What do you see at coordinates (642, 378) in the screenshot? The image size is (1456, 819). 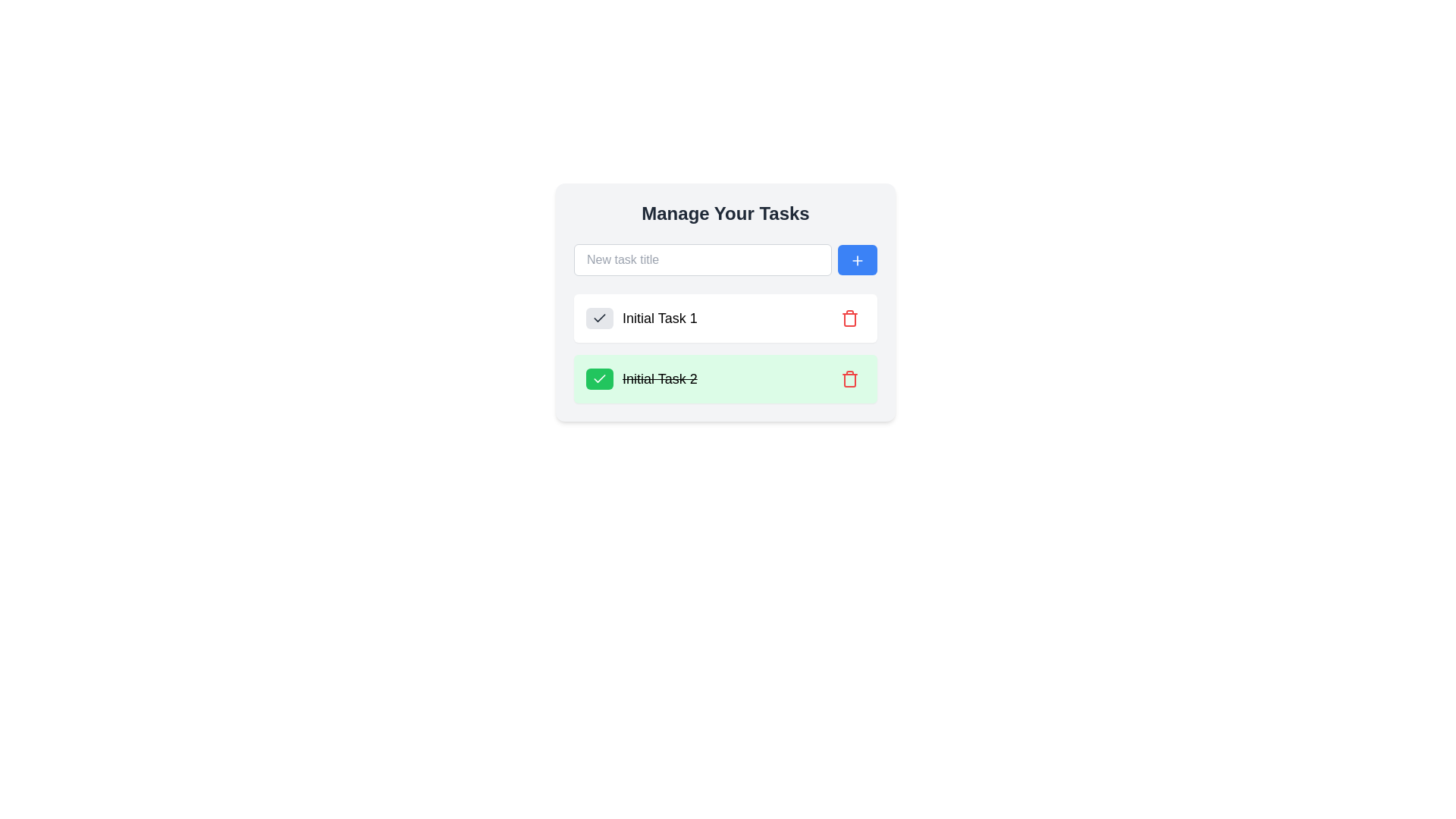 I see `the text label that indicates the status of a completed or canceled task in the task management application, which is the second item in a vertical list of tasks and is located to the right of a green checkbox icon` at bounding box center [642, 378].